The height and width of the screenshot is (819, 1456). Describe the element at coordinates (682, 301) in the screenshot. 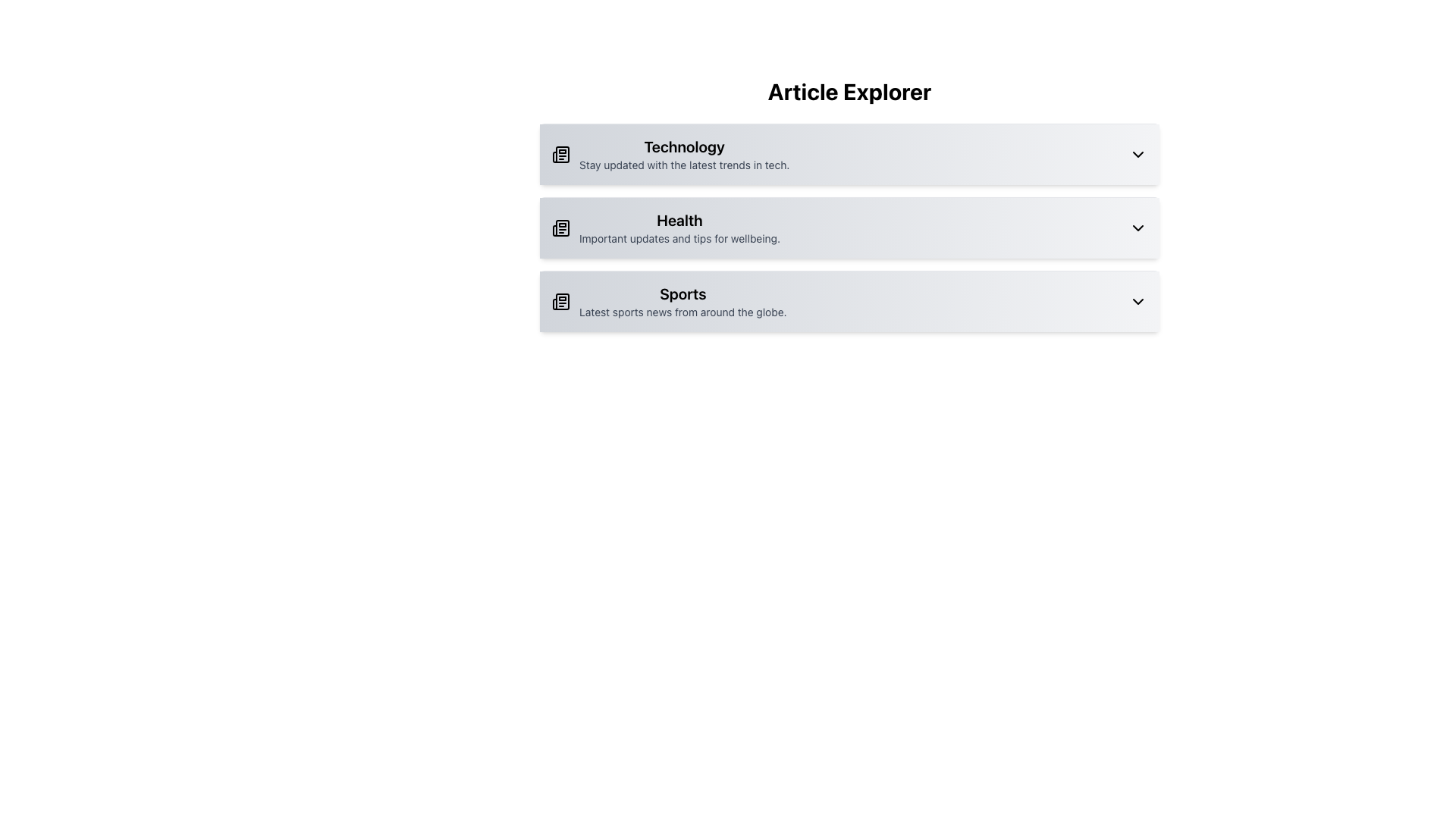

I see `the 'Sports' category entry in the Article Explorer section` at that location.